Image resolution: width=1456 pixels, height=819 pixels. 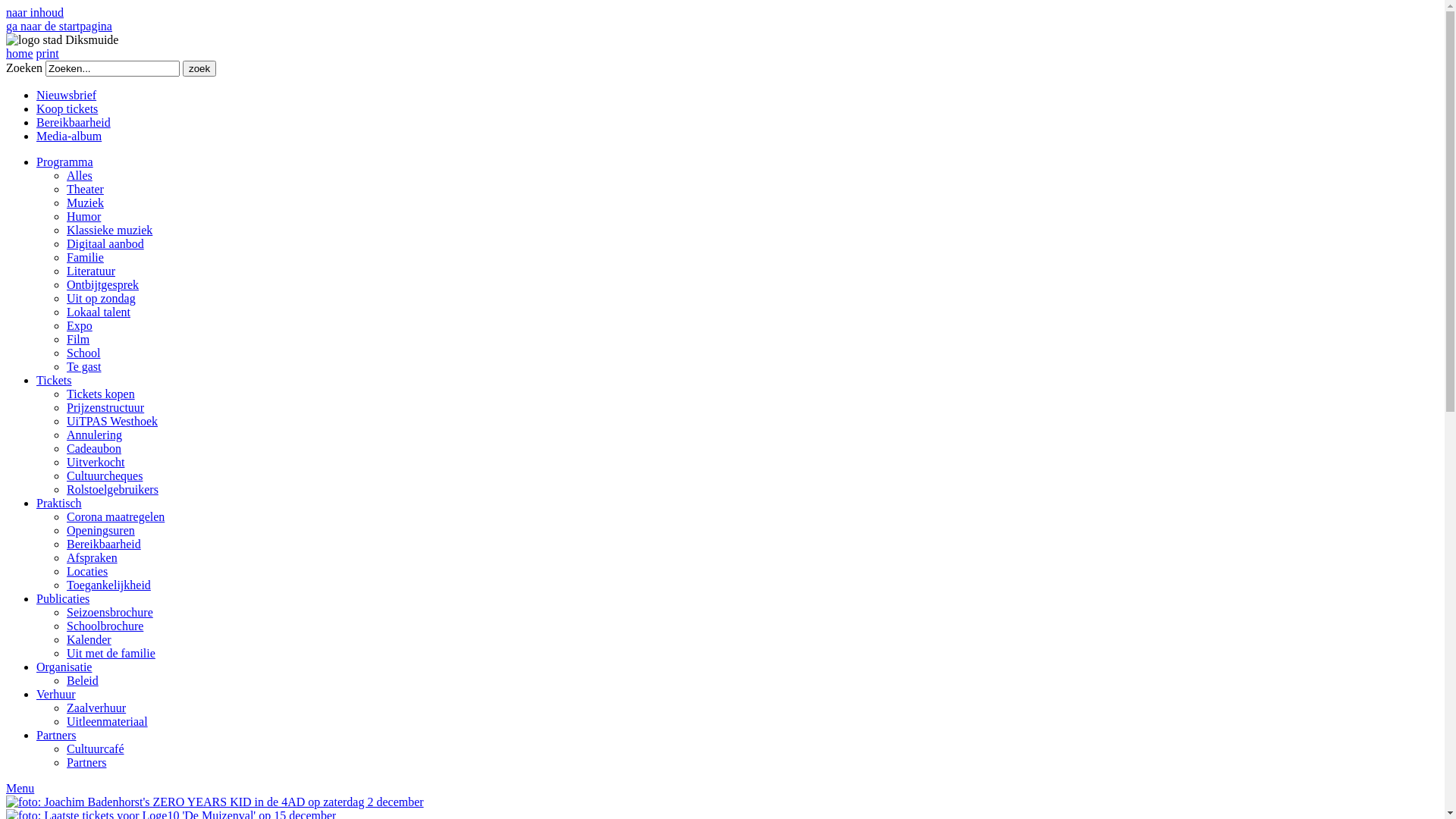 I want to click on 'Partners', so click(x=55, y=734).